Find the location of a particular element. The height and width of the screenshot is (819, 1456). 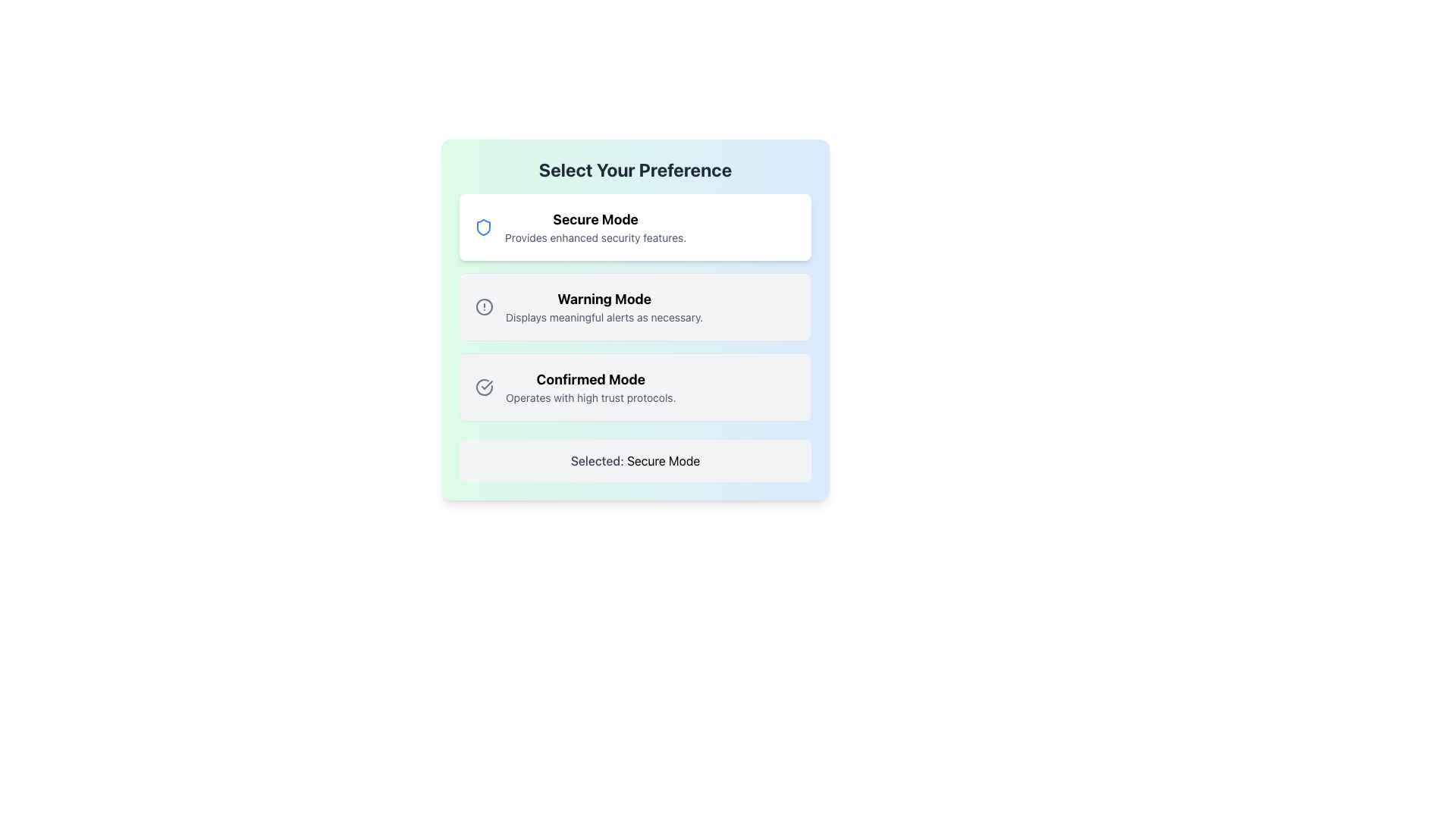

descriptive subtitle text label providing additional context about the 'Secure Mode' option, which is centrally aligned below the 'Secure Mode' heading in the topmost option box of the preference selection interface is located at coordinates (595, 237).